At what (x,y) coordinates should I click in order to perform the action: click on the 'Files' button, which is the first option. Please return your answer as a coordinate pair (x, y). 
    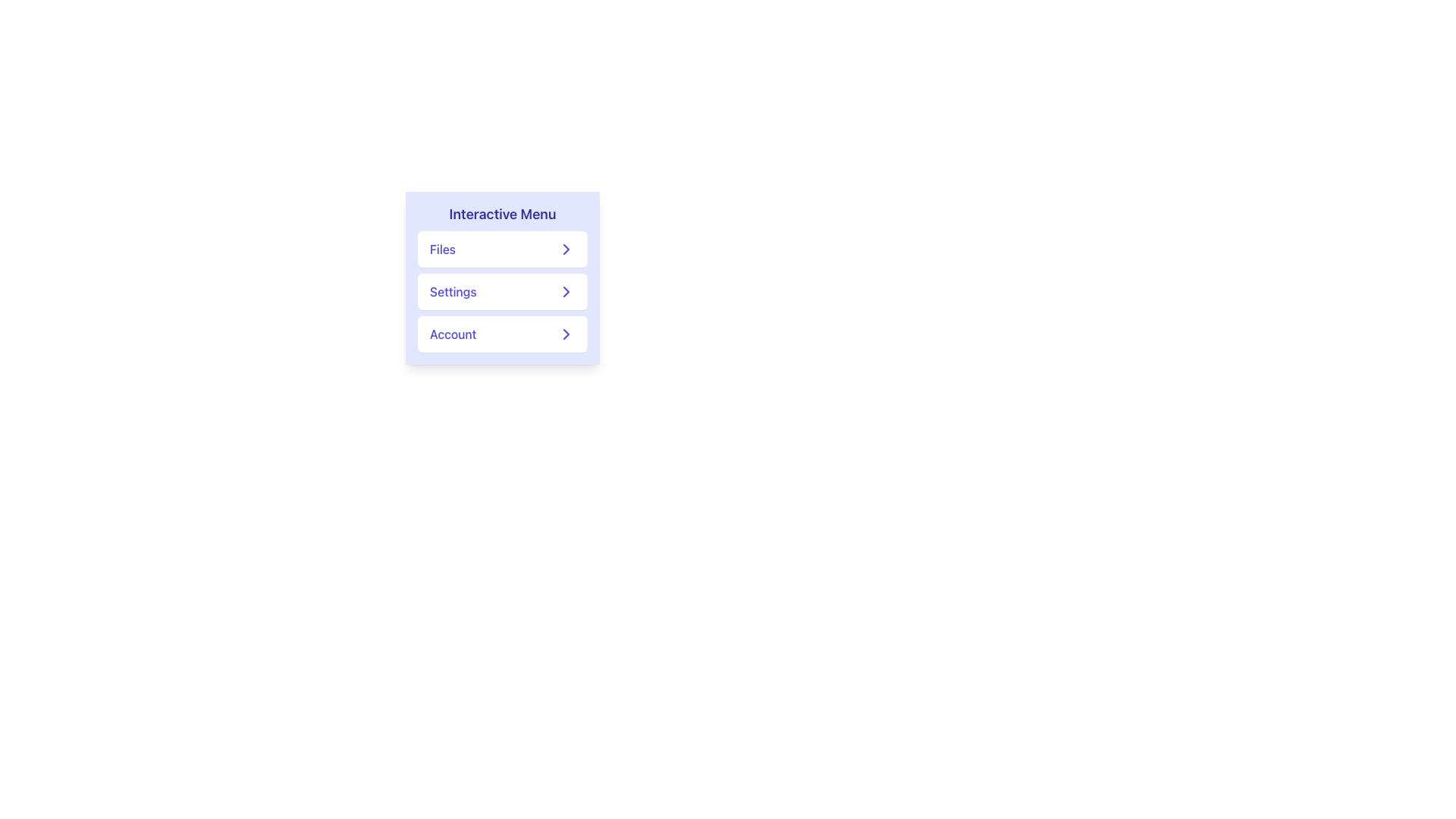
    Looking at the image, I should click on (502, 248).